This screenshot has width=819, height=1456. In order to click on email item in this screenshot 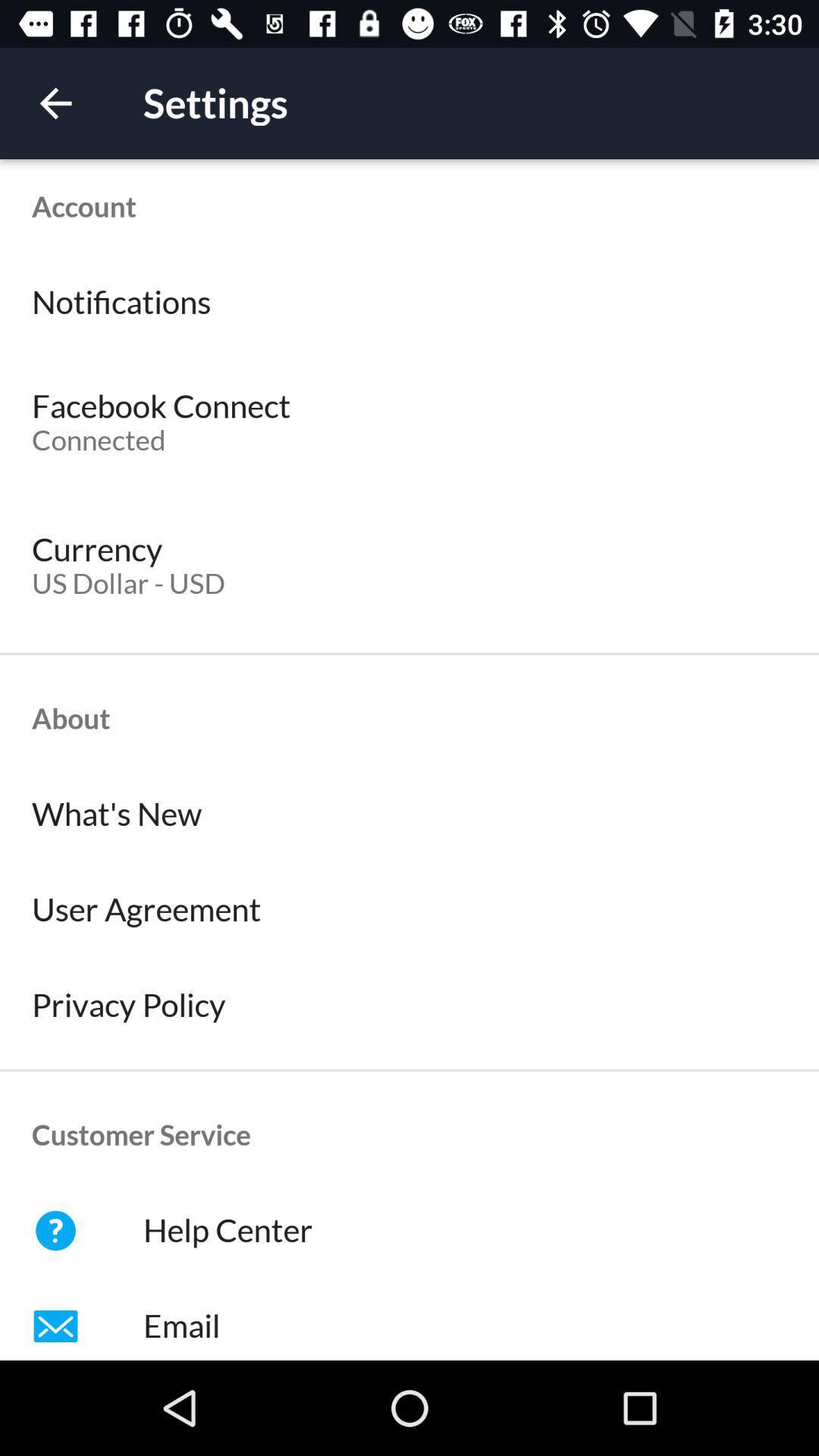, I will do `click(409, 1318)`.